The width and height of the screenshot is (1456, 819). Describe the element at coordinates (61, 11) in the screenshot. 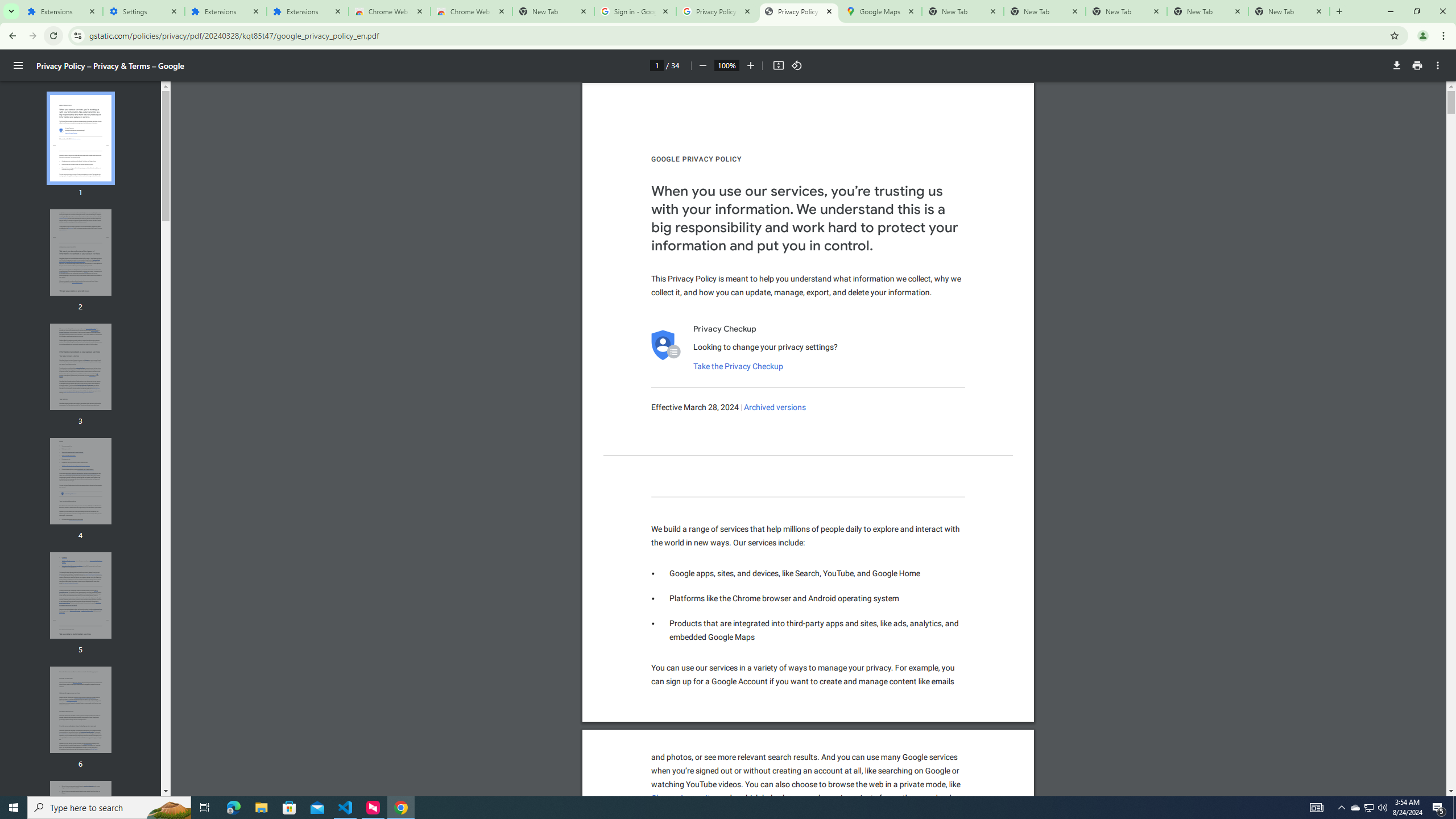

I see `'Extensions'` at that location.